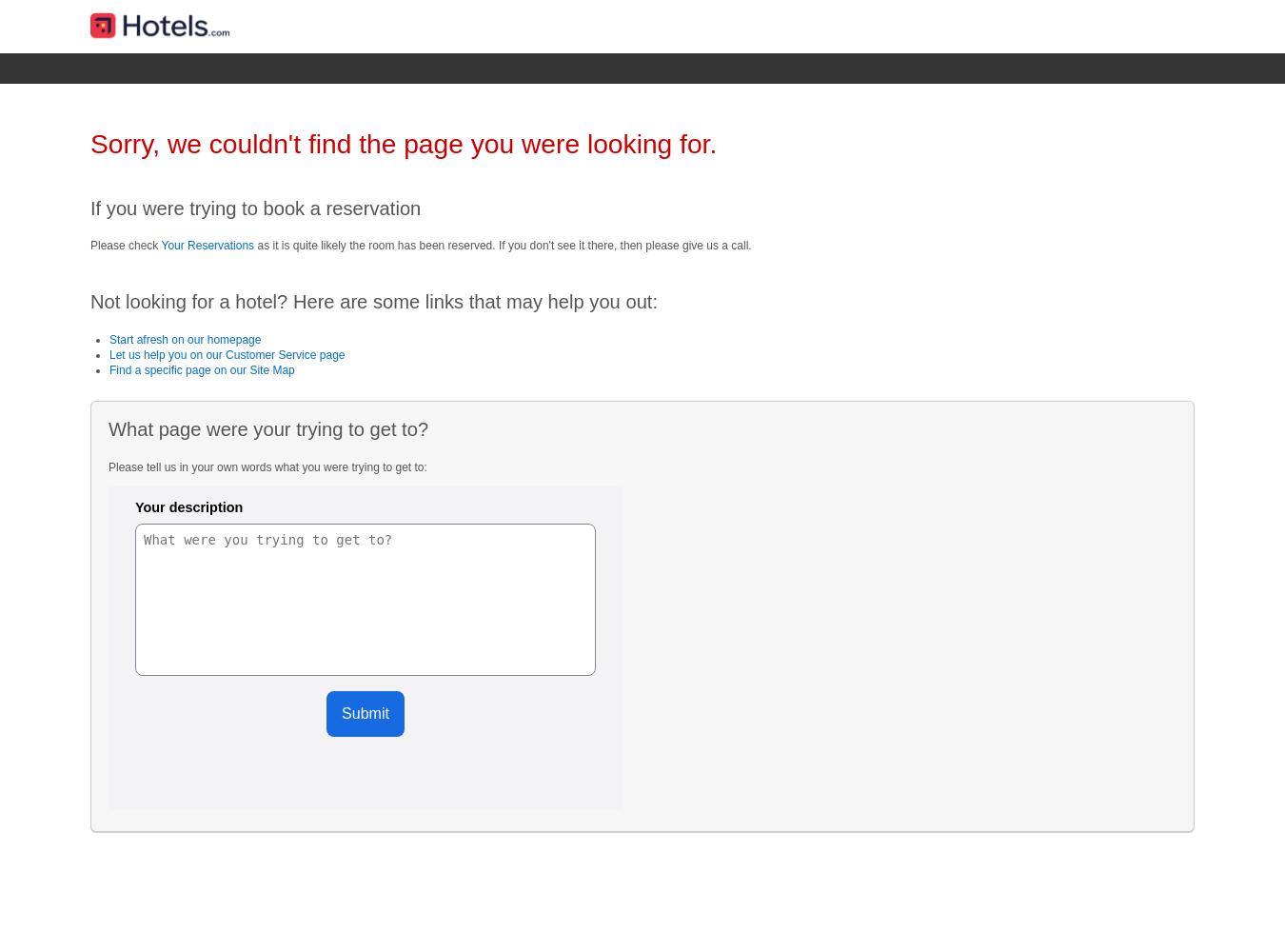 The width and height of the screenshot is (1285, 952). What do you see at coordinates (126, 245) in the screenshot?
I see `'Please check'` at bounding box center [126, 245].